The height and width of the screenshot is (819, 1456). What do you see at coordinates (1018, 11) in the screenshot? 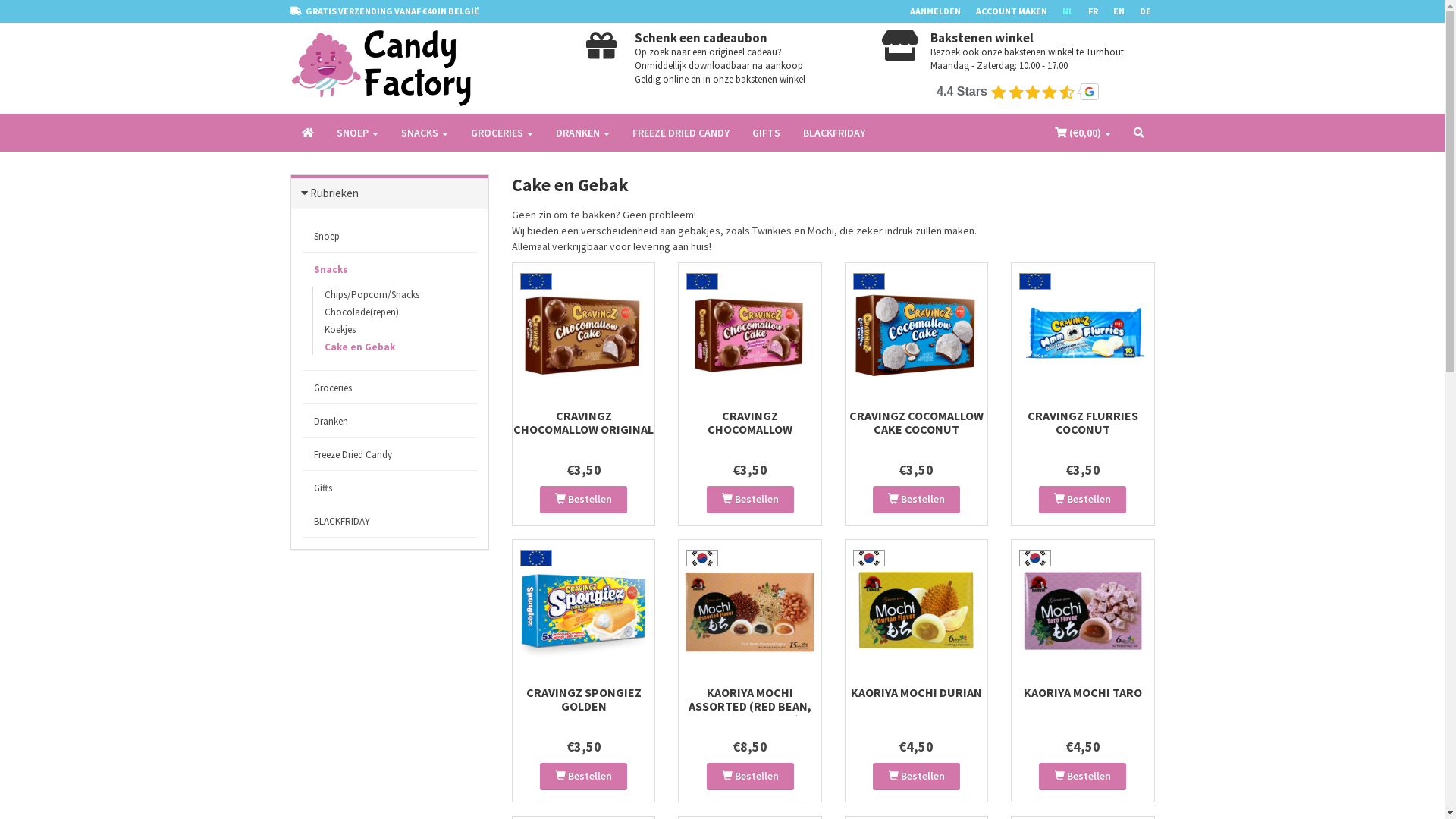
I see `'ACCOUNT MAKEN'` at bounding box center [1018, 11].